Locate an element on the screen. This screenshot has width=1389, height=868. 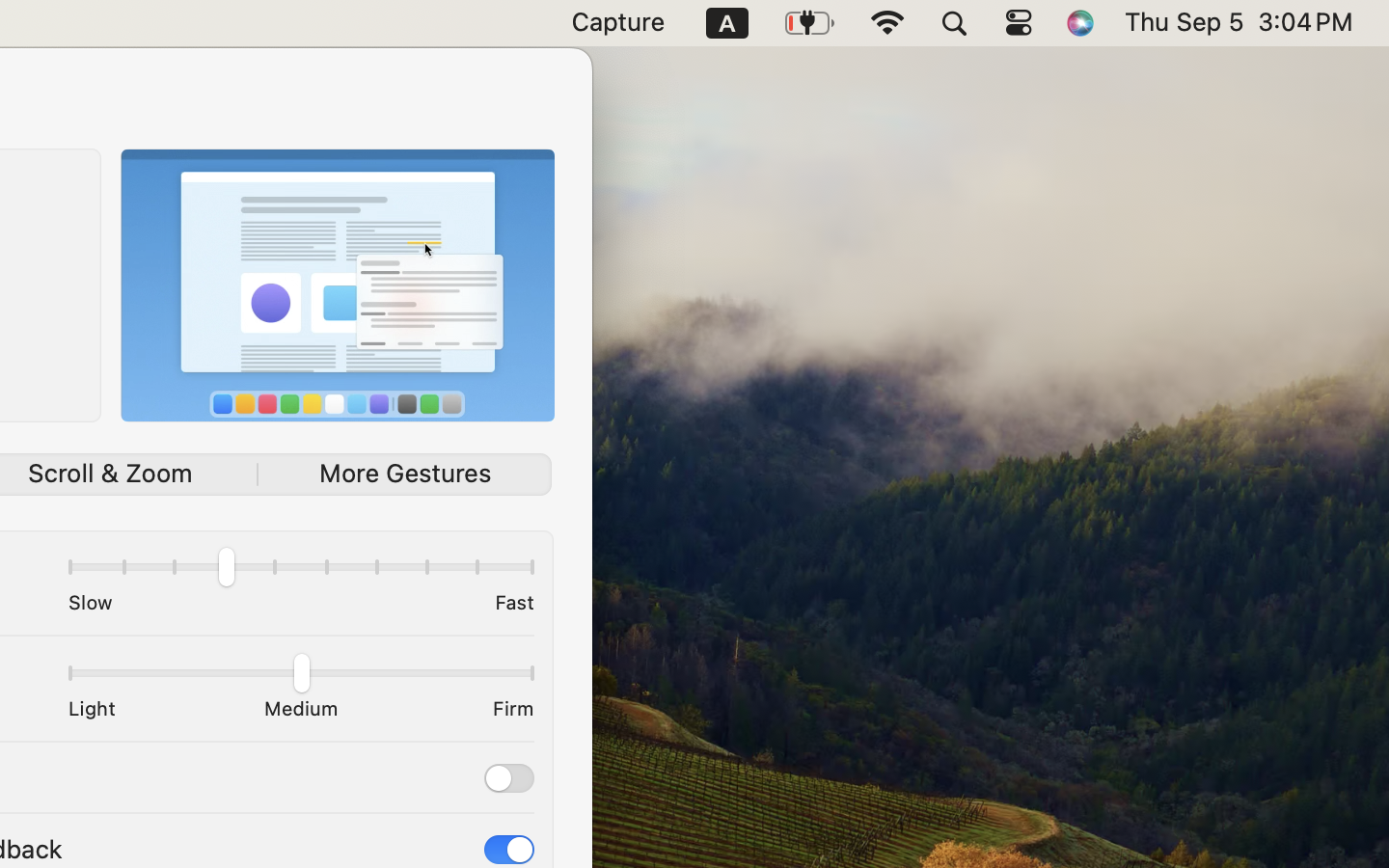
'3.0' is located at coordinates (300, 571).